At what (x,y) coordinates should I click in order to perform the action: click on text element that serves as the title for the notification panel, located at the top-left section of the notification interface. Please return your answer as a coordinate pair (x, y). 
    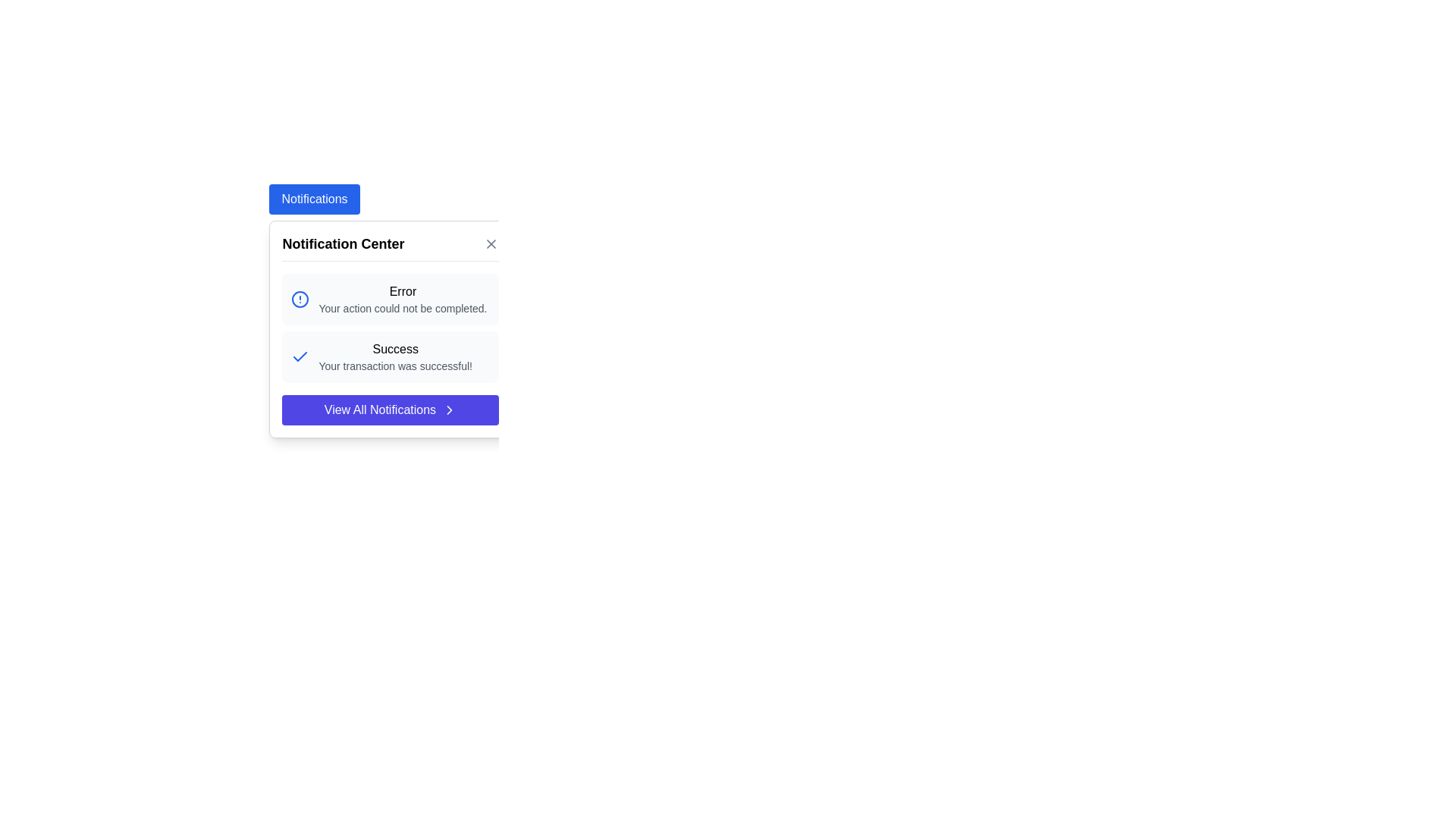
    Looking at the image, I should click on (342, 243).